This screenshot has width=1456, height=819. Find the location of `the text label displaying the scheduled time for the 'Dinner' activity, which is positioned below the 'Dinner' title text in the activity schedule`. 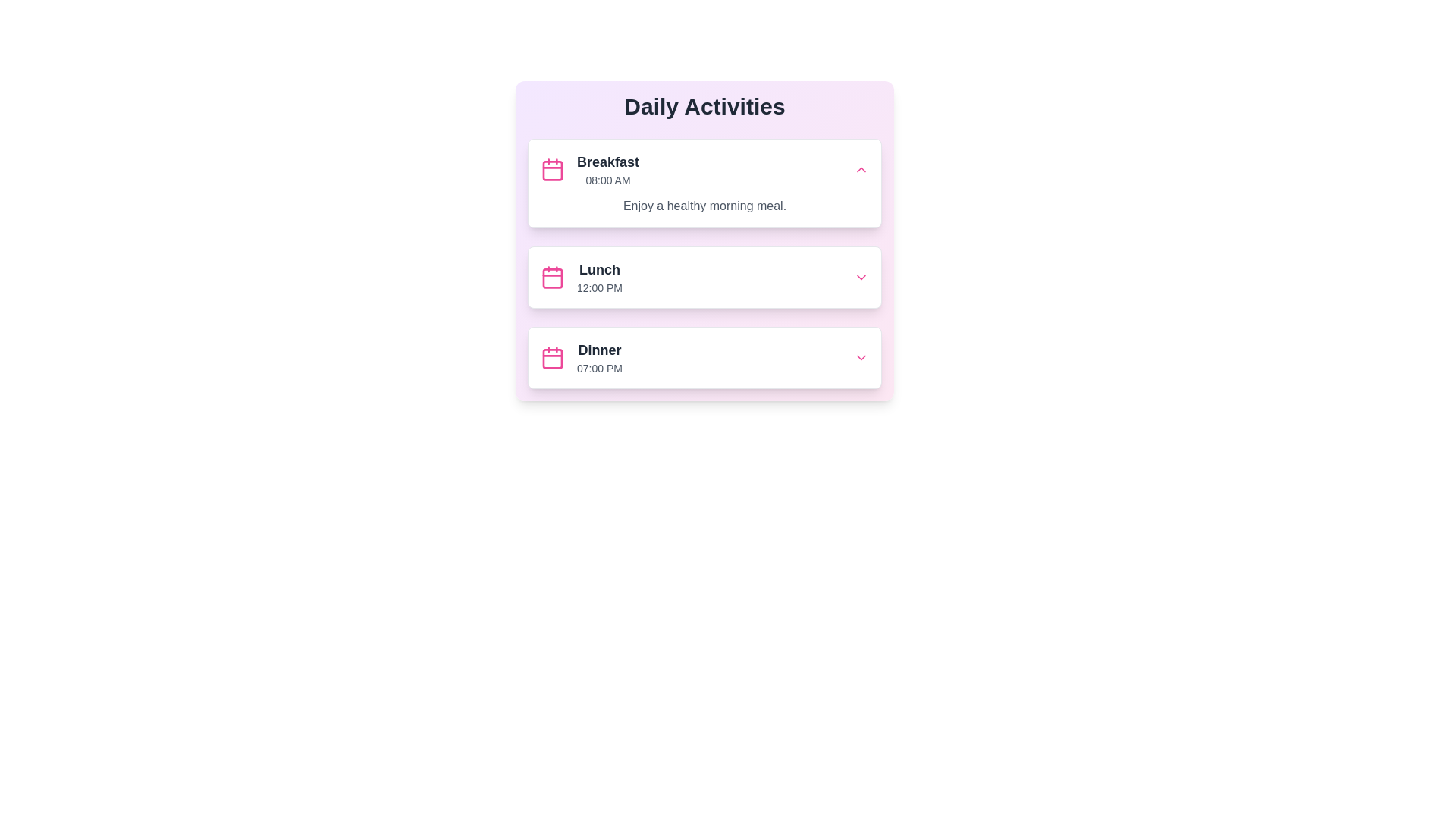

the text label displaying the scheduled time for the 'Dinner' activity, which is positioned below the 'Dinner' title text in the activity schedule is located at coordinates (599, 369).